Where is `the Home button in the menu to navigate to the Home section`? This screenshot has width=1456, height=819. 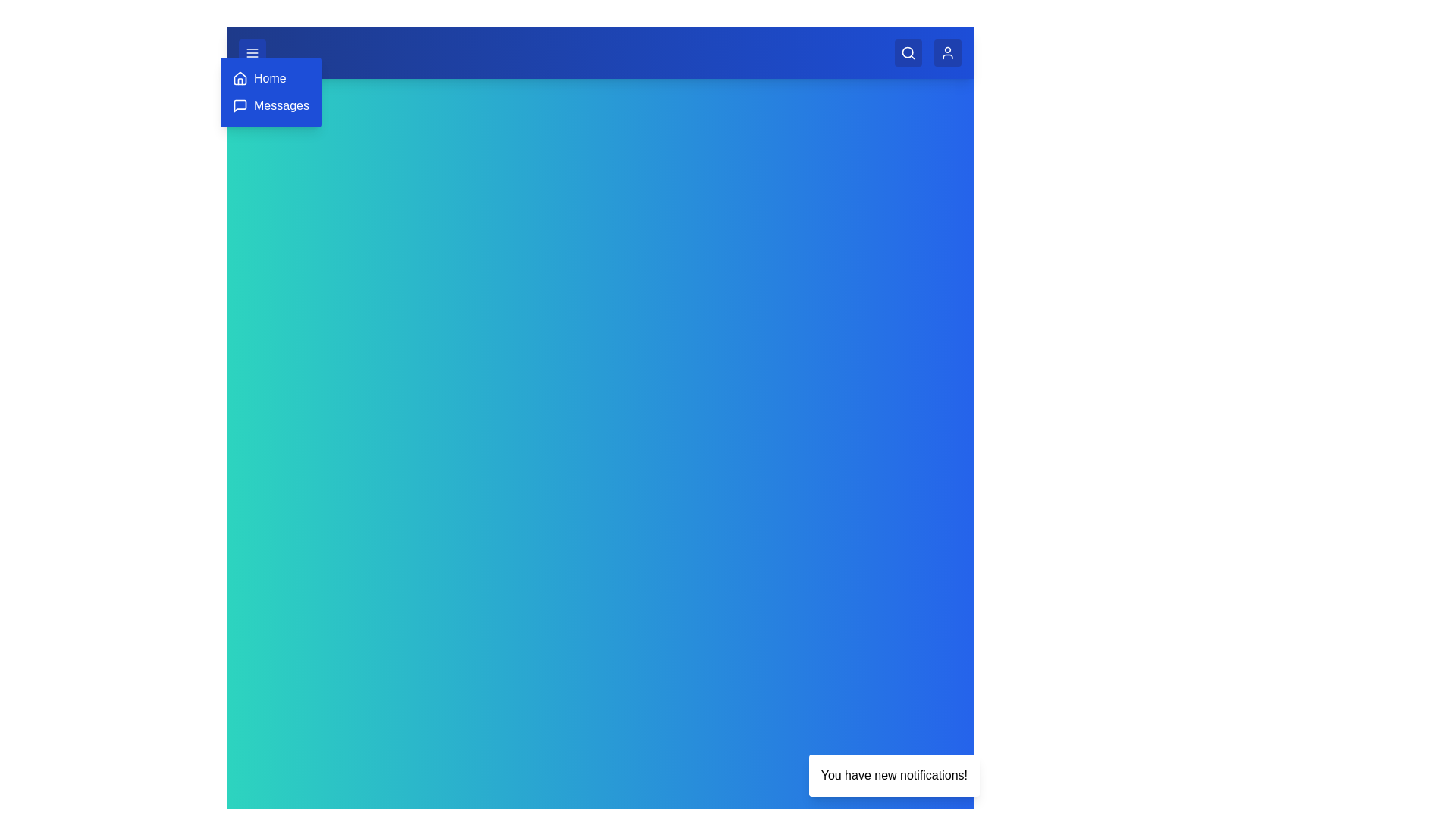 the Home button in the menu to navigate to the Home section is located at coordinates (259, 79).